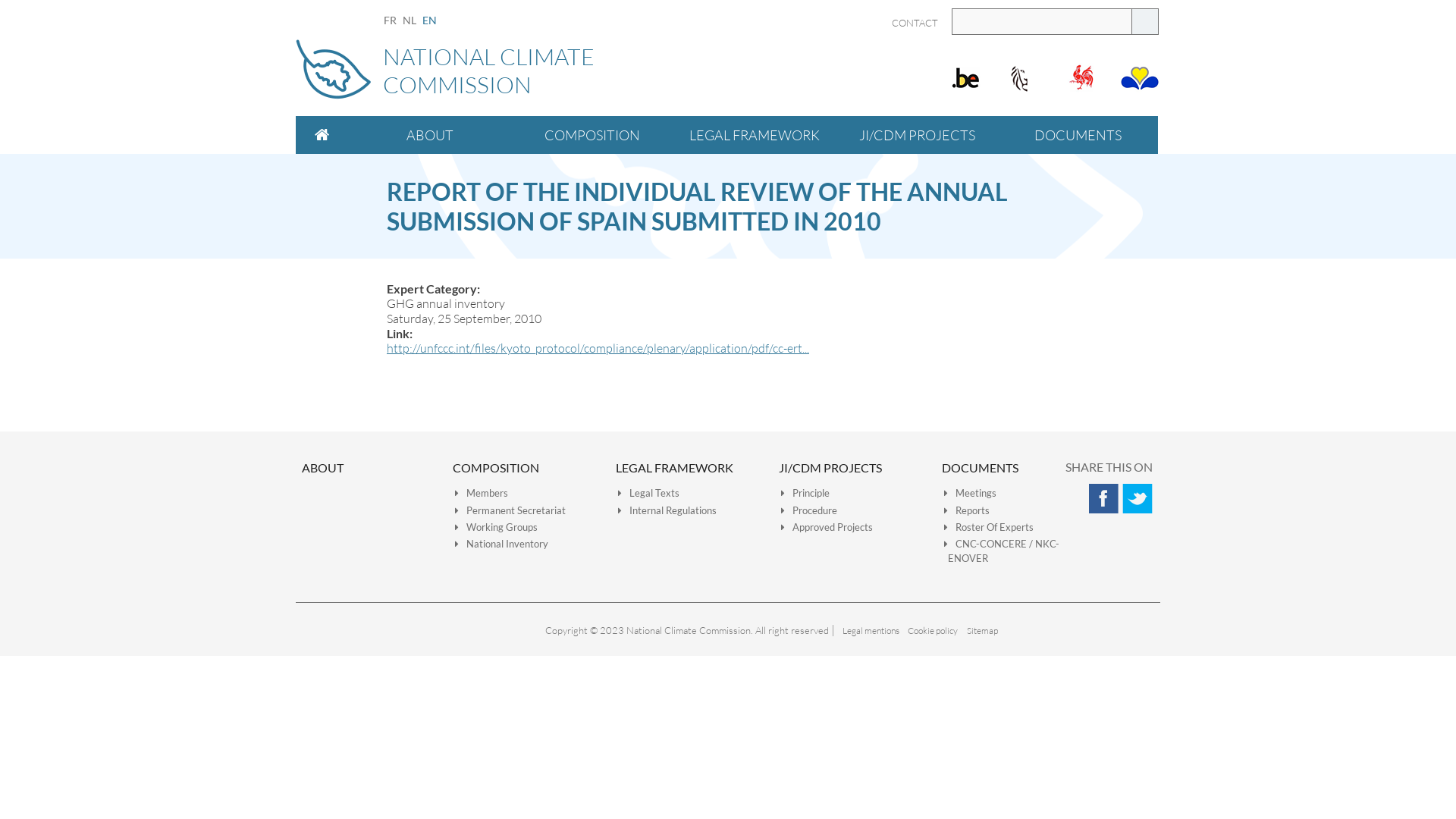  Describe the element at coordinates (941, 466) in the screenshot. I see `'DOCUMENTS'` at that location.